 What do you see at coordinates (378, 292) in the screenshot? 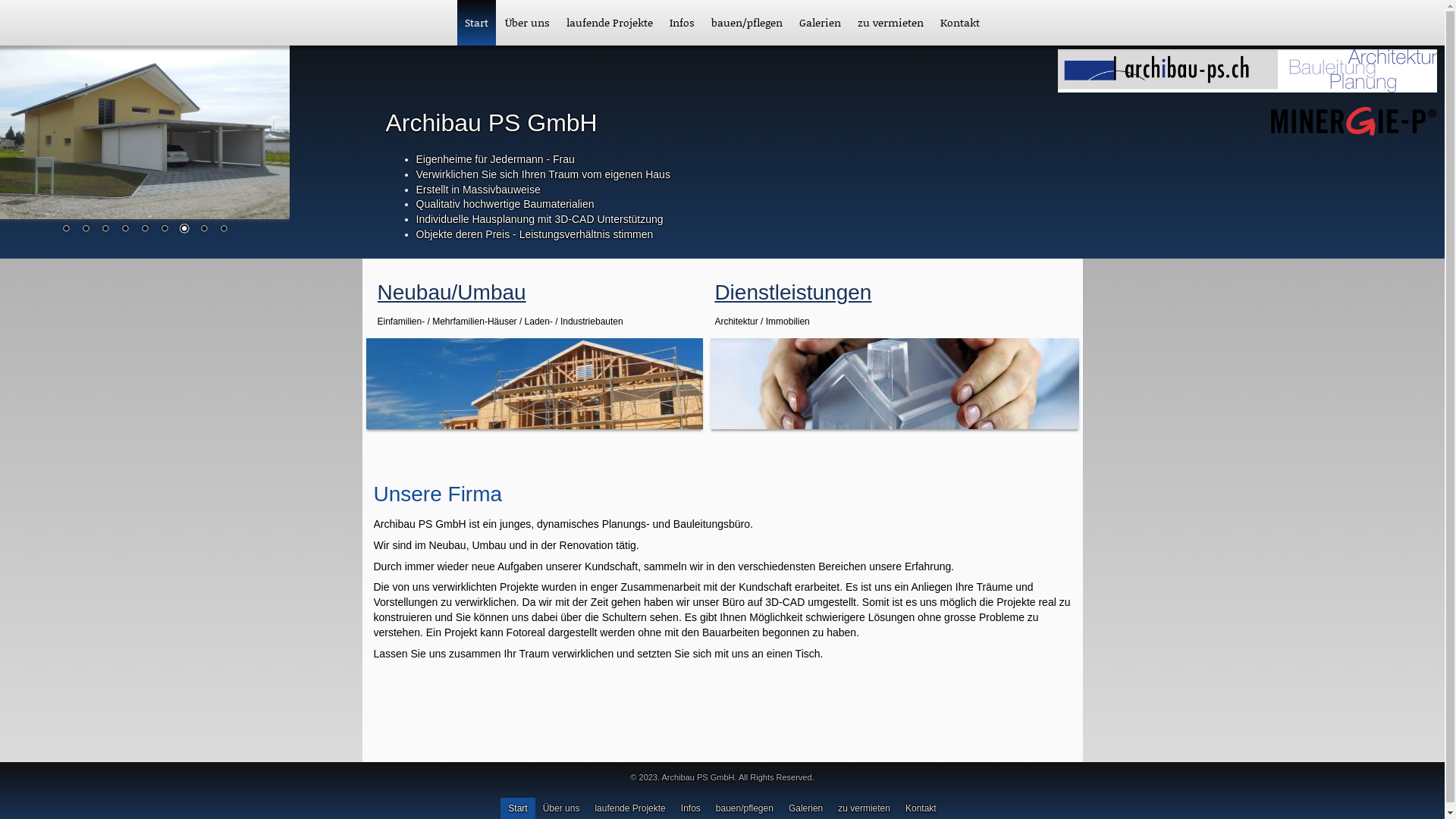
I see `'Neubau/Umbau'` at bounding box center [378, 292].